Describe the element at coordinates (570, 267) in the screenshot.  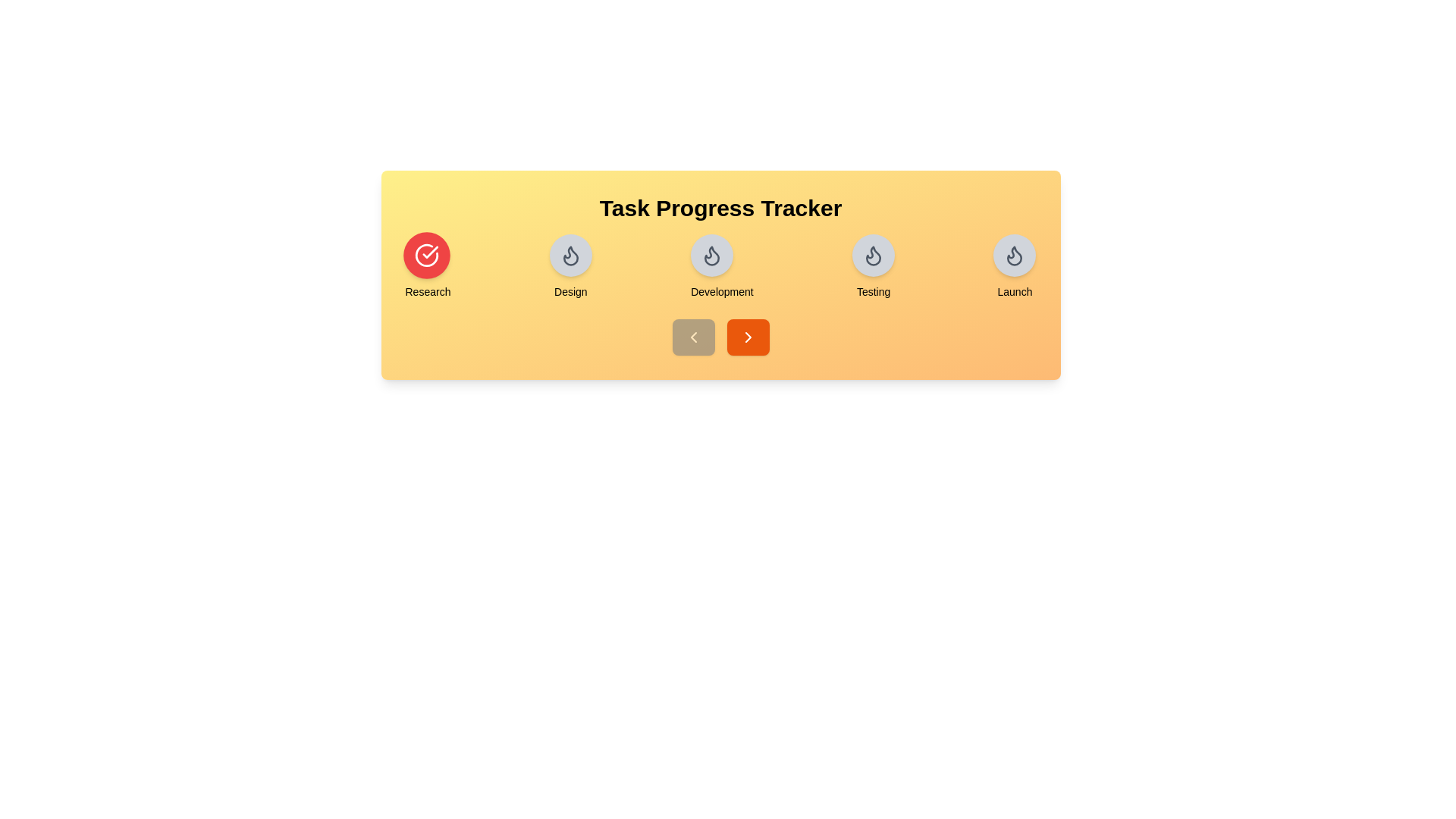
I see `the circular button labeled 'Design' with a flame icon, which is the second button from the left in a sequence of buttons` at that location.